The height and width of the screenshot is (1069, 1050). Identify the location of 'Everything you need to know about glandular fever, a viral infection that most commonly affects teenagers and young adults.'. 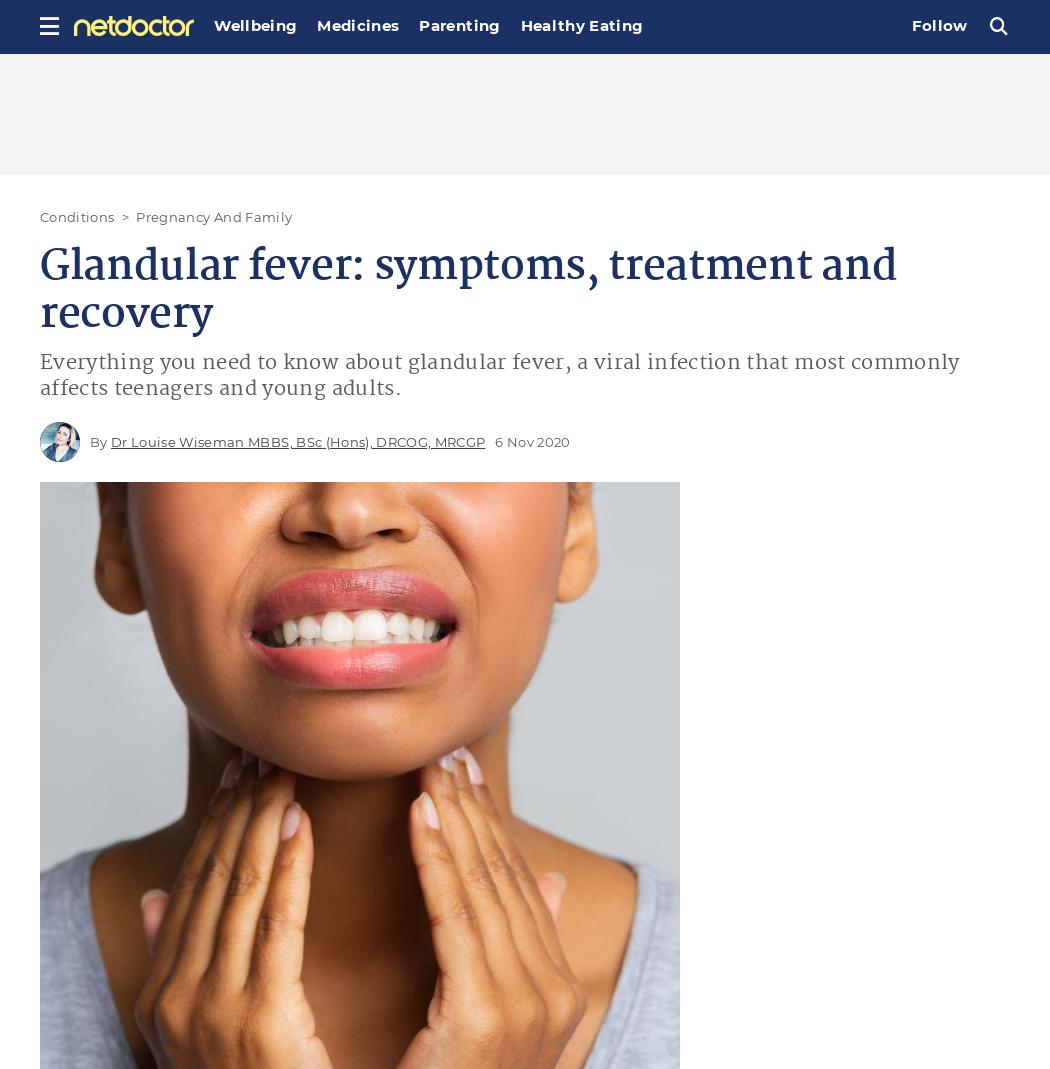
(498, 375).